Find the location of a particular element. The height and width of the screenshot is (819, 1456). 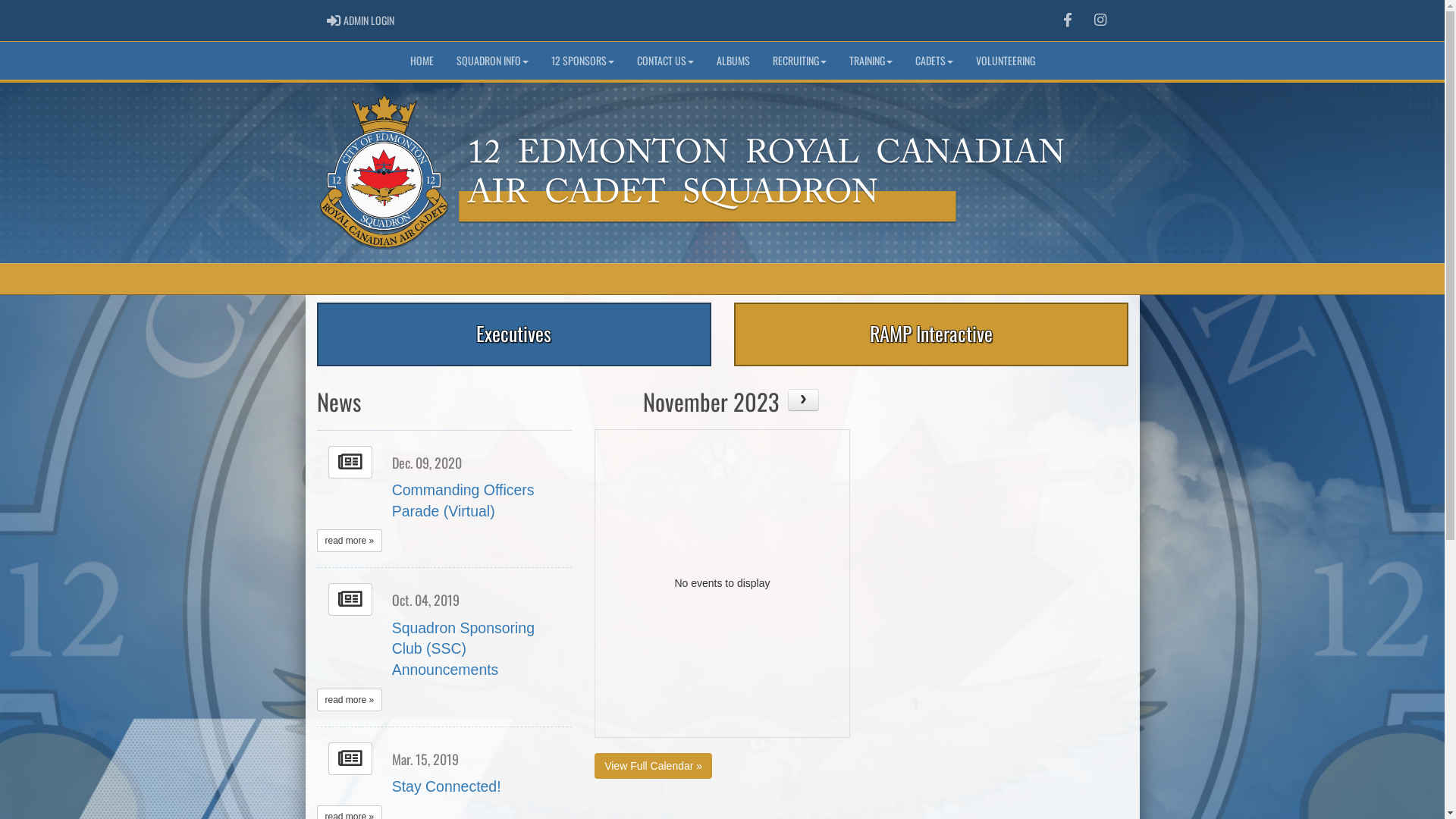

'12 SPONSORS' is located at coordinates (582, 60).